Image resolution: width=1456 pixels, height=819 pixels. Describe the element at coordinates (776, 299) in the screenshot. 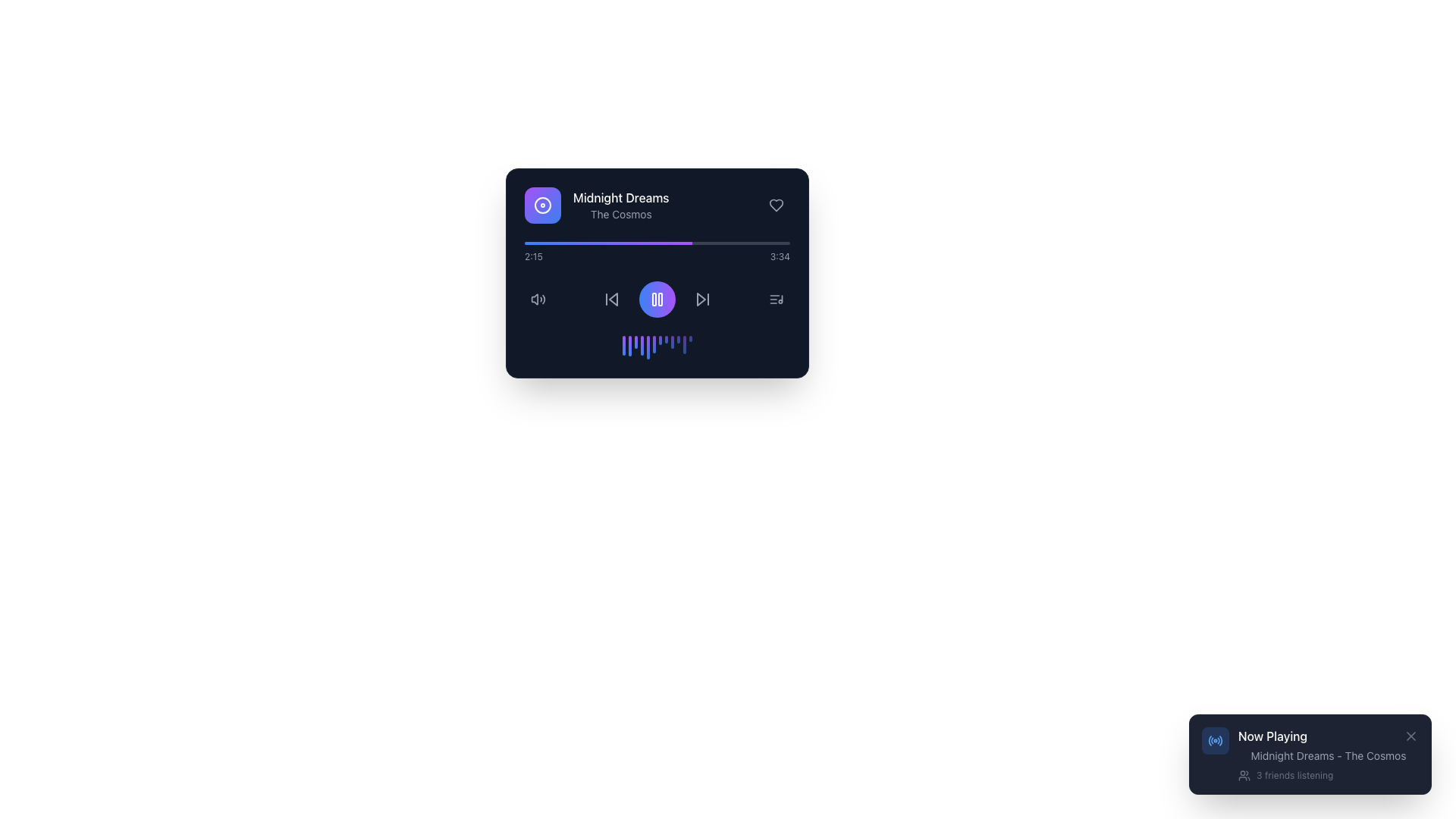

I see `the small square button displaying a musical note icon, located in the bottom right corner of the music player controls` at that location.